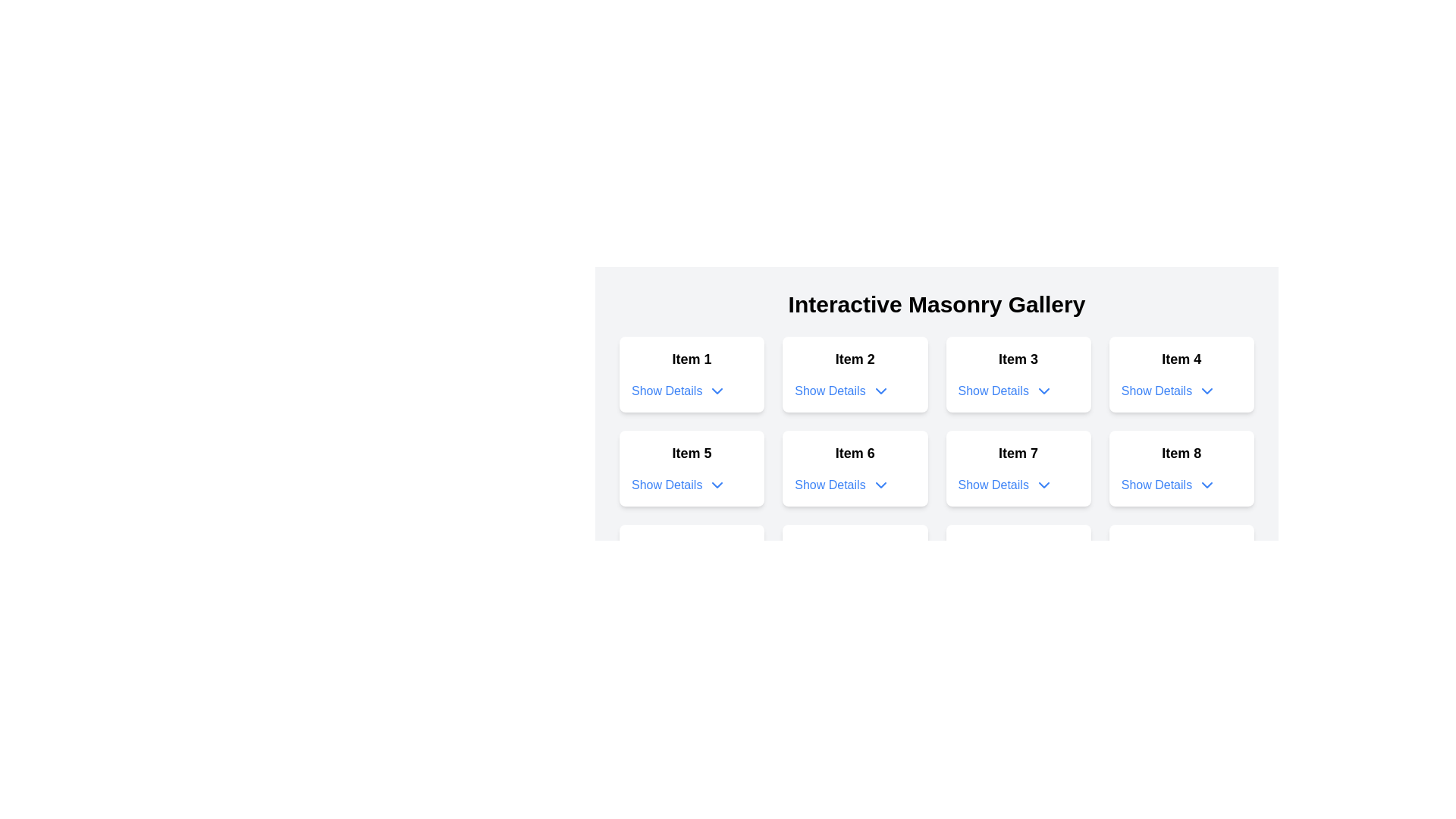 This screenshot has width=1456, height=819. I want to click on the downward-facing chevron icon next to the 'Show Details' text for 'Item 1', so click(717, 391).